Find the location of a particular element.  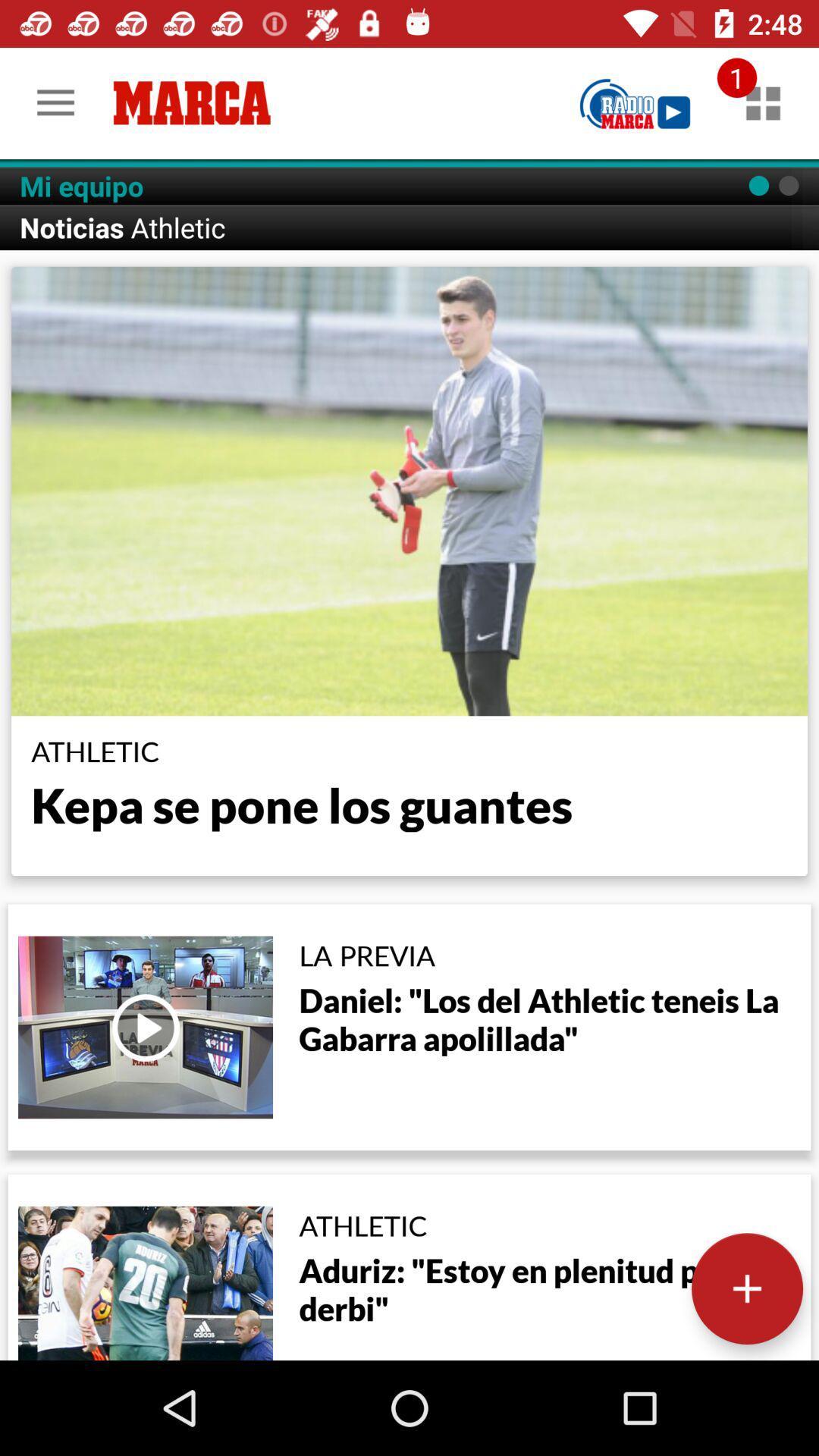

radio play option is located at coordinates (635, 102).